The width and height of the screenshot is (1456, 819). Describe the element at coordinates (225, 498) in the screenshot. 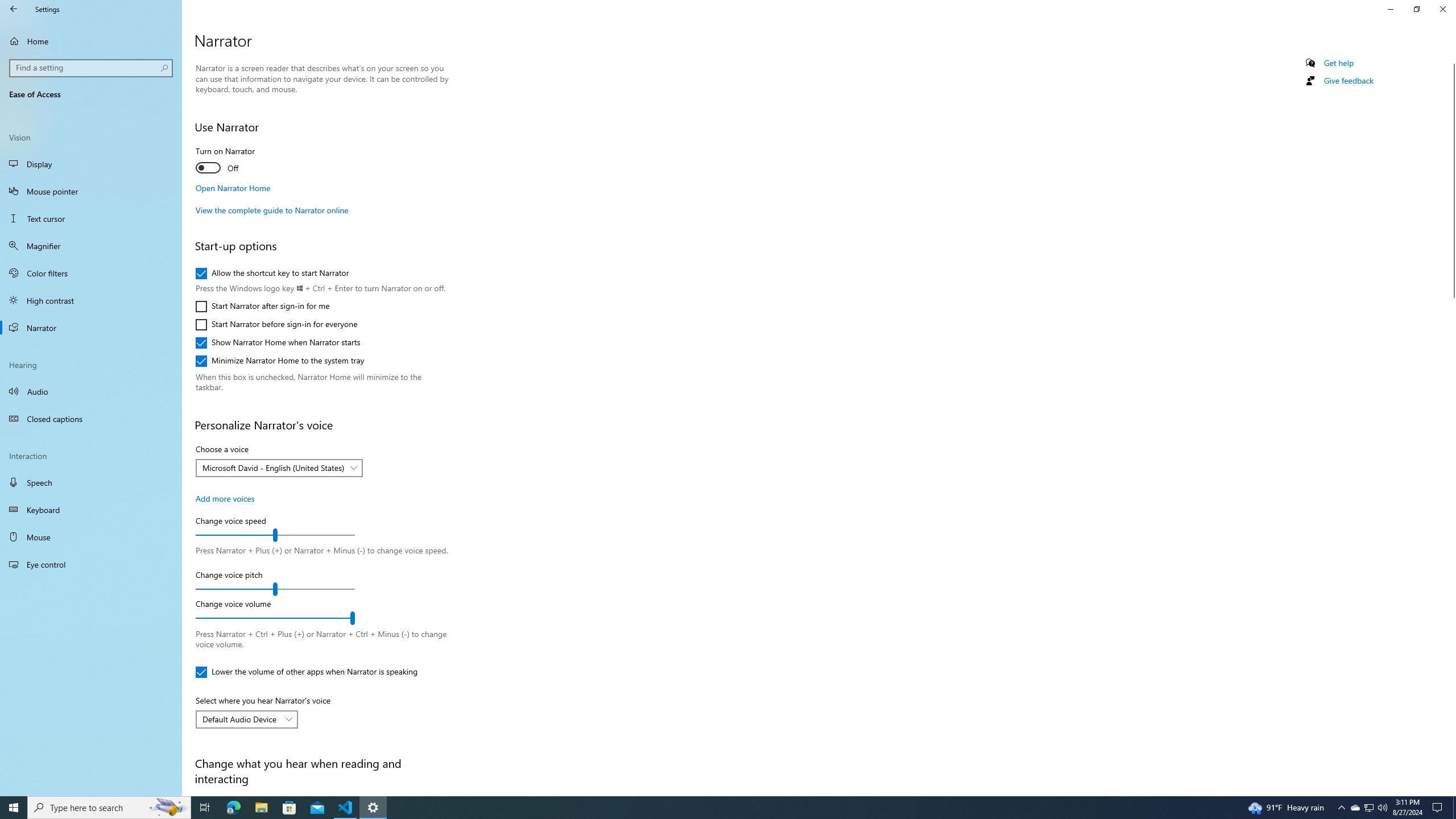

I see `'Add more voices'` at that location.